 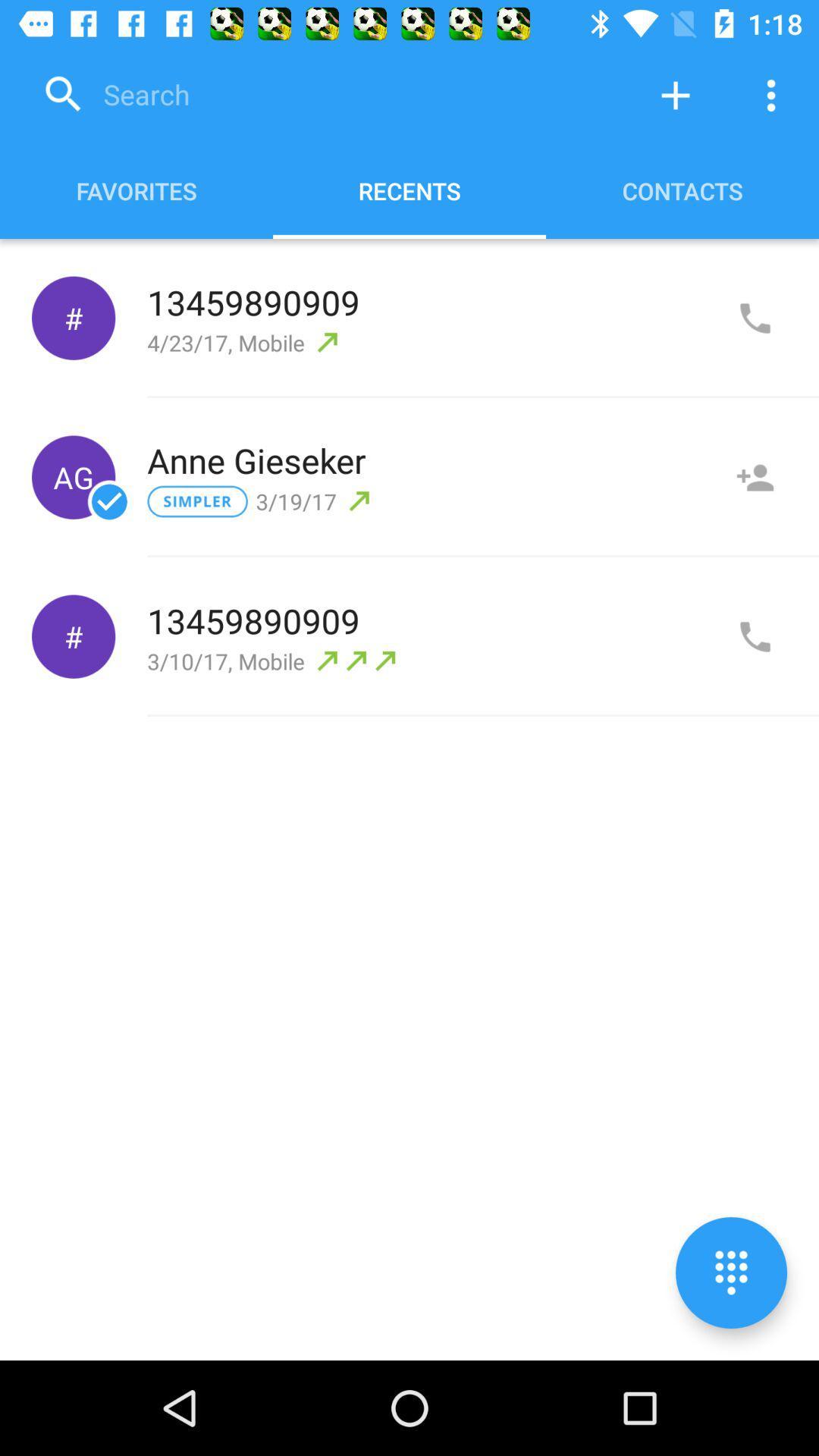 I want to click on phone call, so click(x=755, y=318).